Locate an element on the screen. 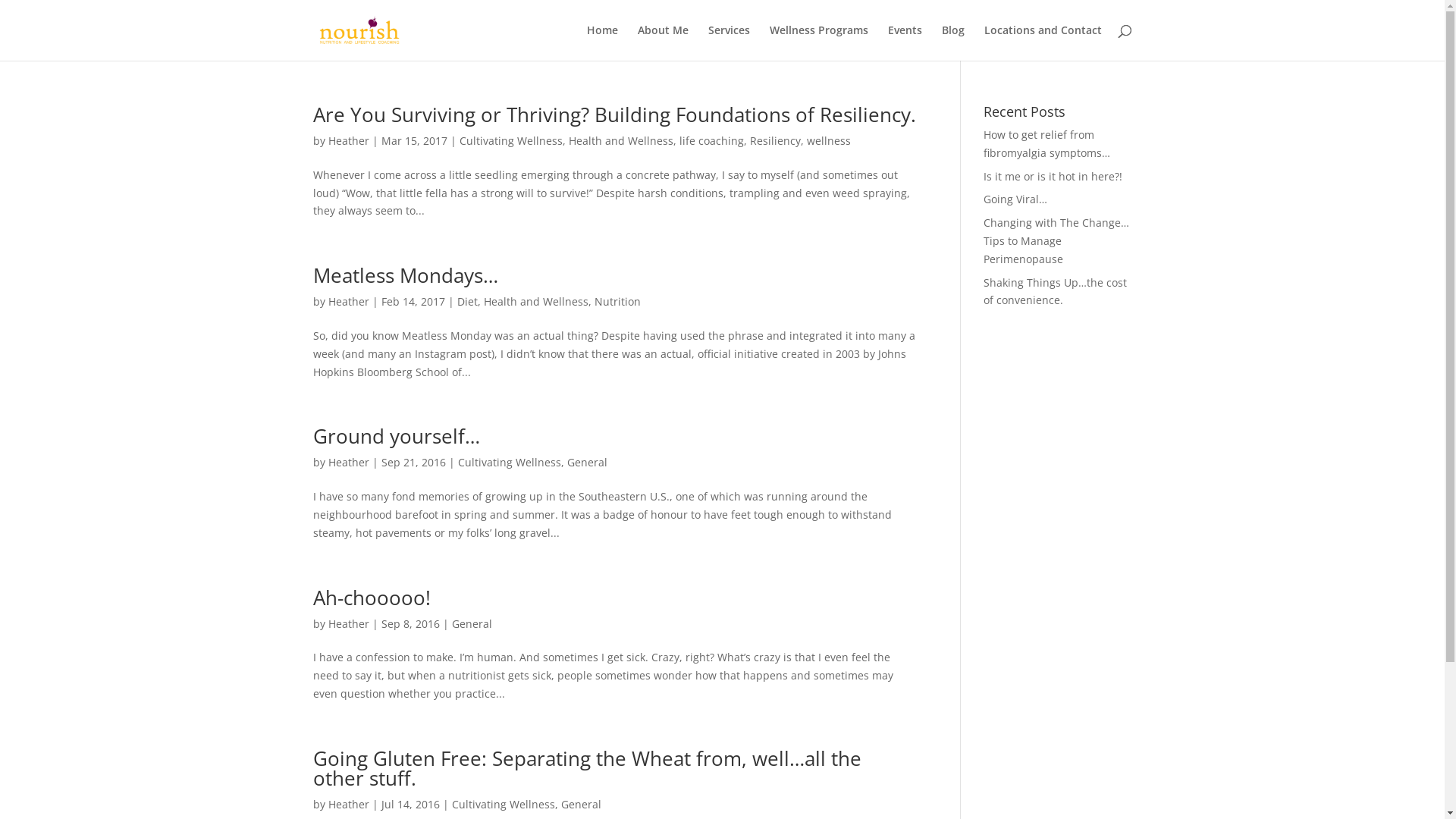  'Is it me or is it hot in here?!' is located at coordinates (1052, 175).